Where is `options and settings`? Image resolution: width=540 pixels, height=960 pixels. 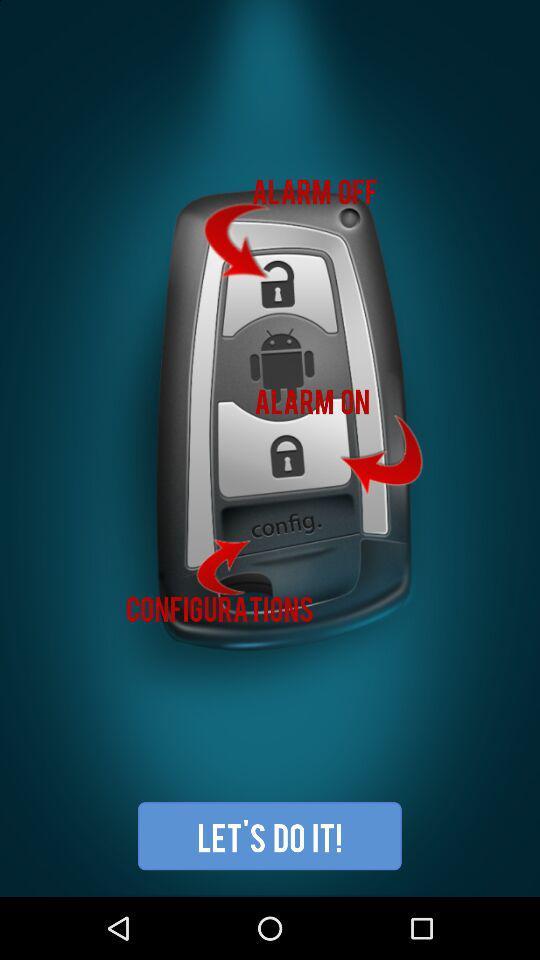 options and settings is located at coordinates (270, 448).